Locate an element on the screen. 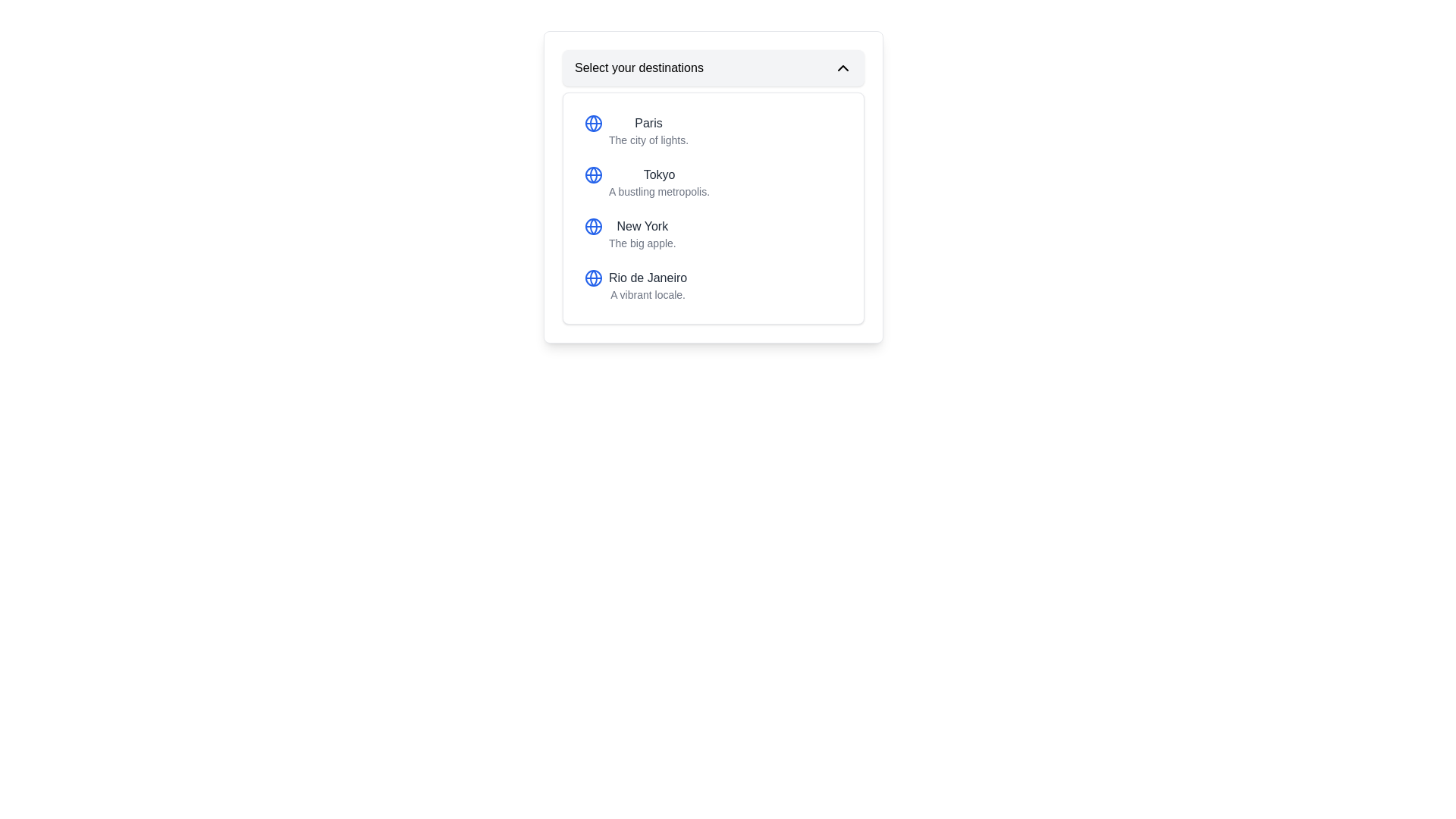 The width and height of the screenshot is (1456, 819). the 'New York' icon, which is the third globe icon in a vertical list is located at coordinates (592, 227).